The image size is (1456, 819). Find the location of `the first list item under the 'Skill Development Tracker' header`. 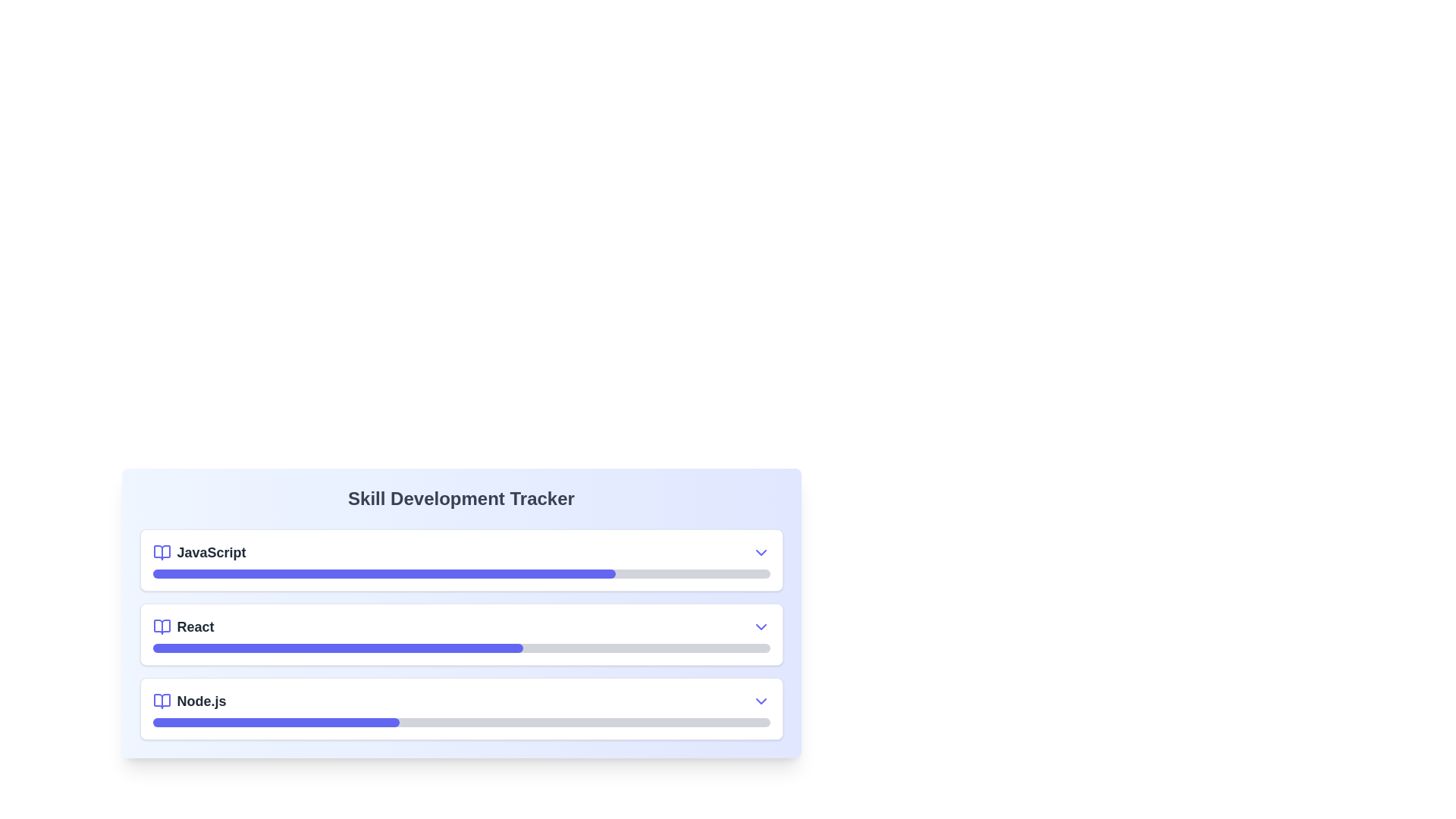

the first list item under the 'Skill Development Tracker' header is located at coordinates (460, 553).